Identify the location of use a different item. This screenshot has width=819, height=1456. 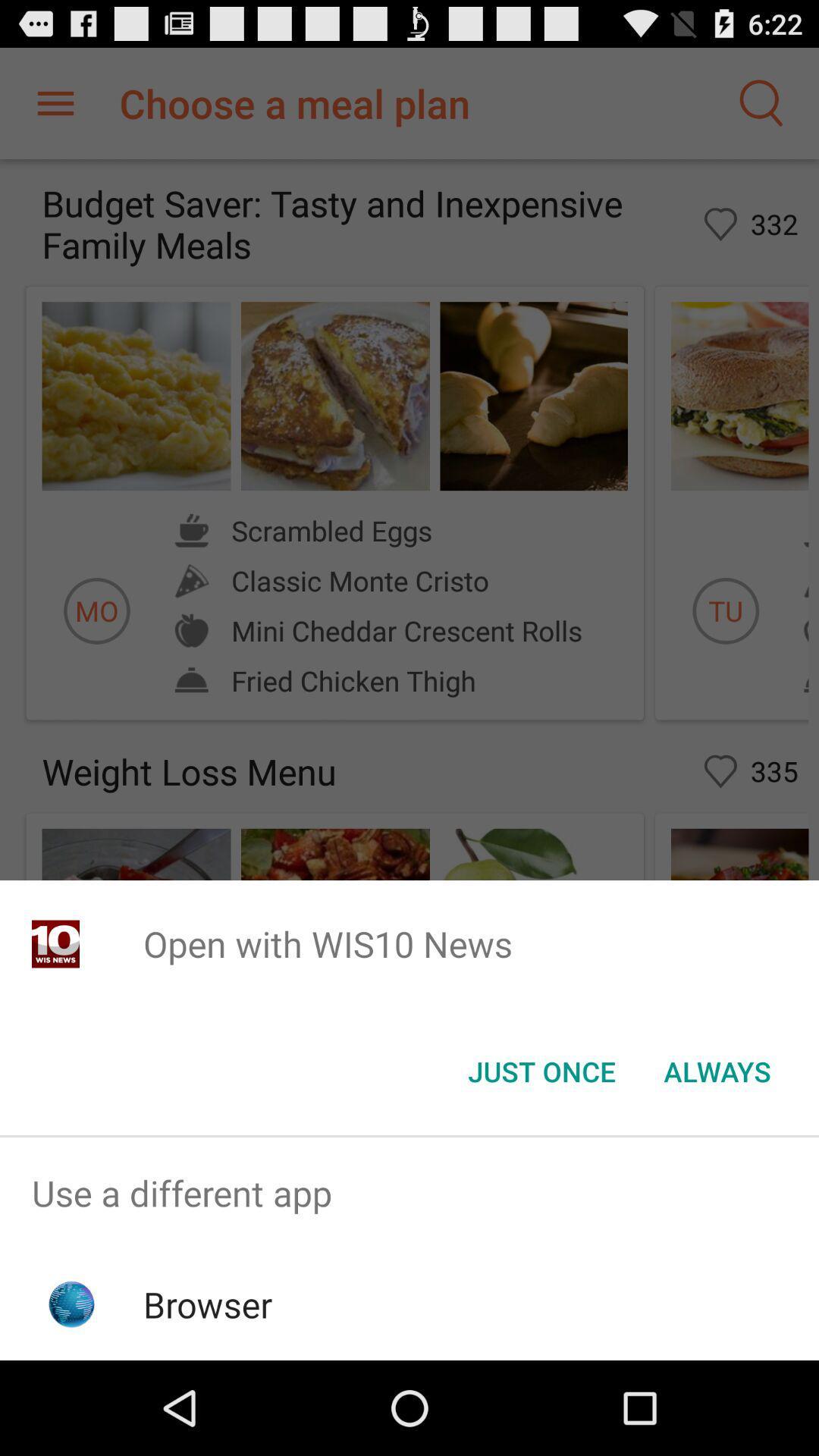
(409, 1192).